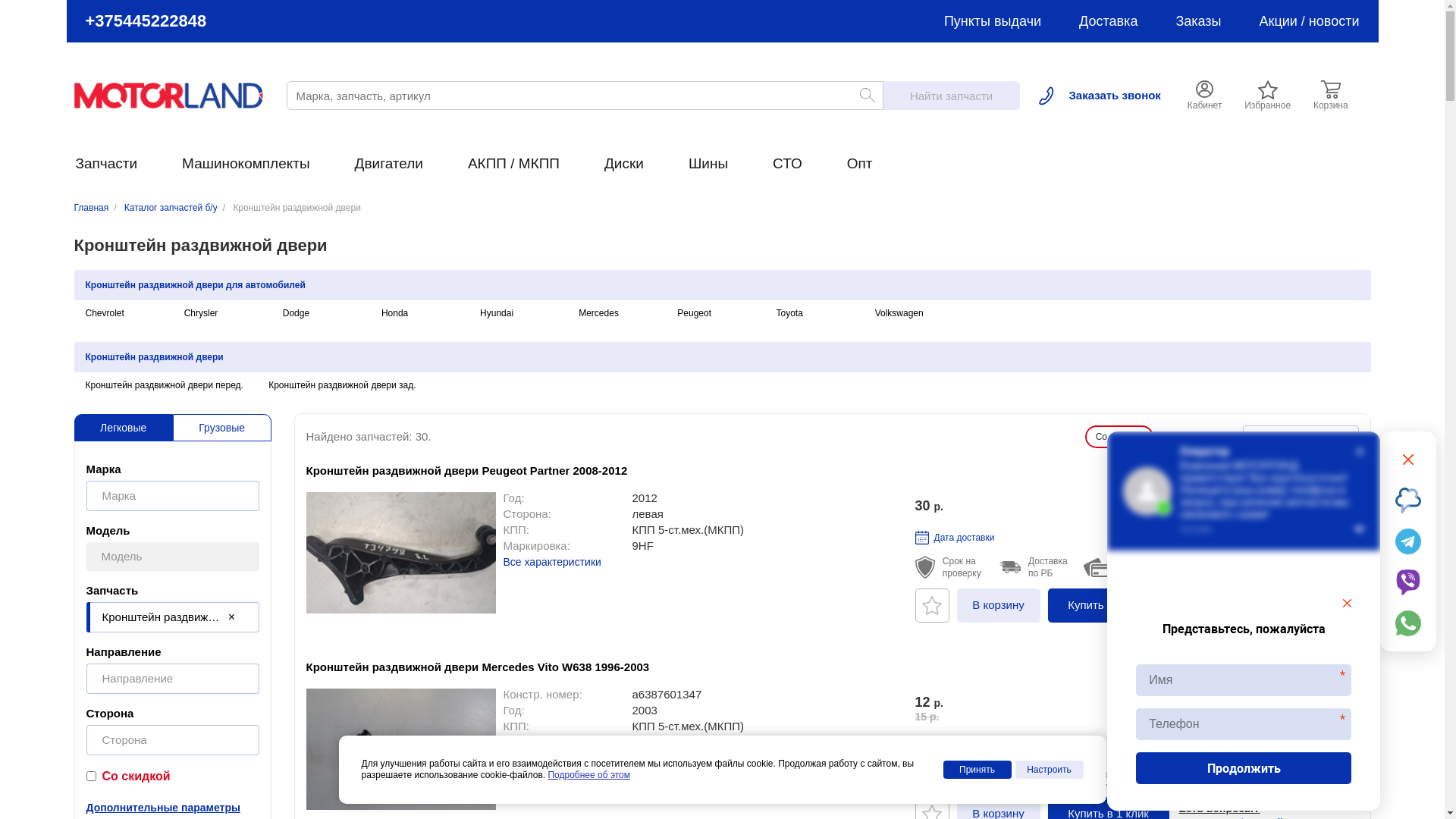 The width and height of the screenshot is (1456, 819). Describe the element at coordinates (103, 312) in the screenshot. I see `'Chevrolet'` at that location.